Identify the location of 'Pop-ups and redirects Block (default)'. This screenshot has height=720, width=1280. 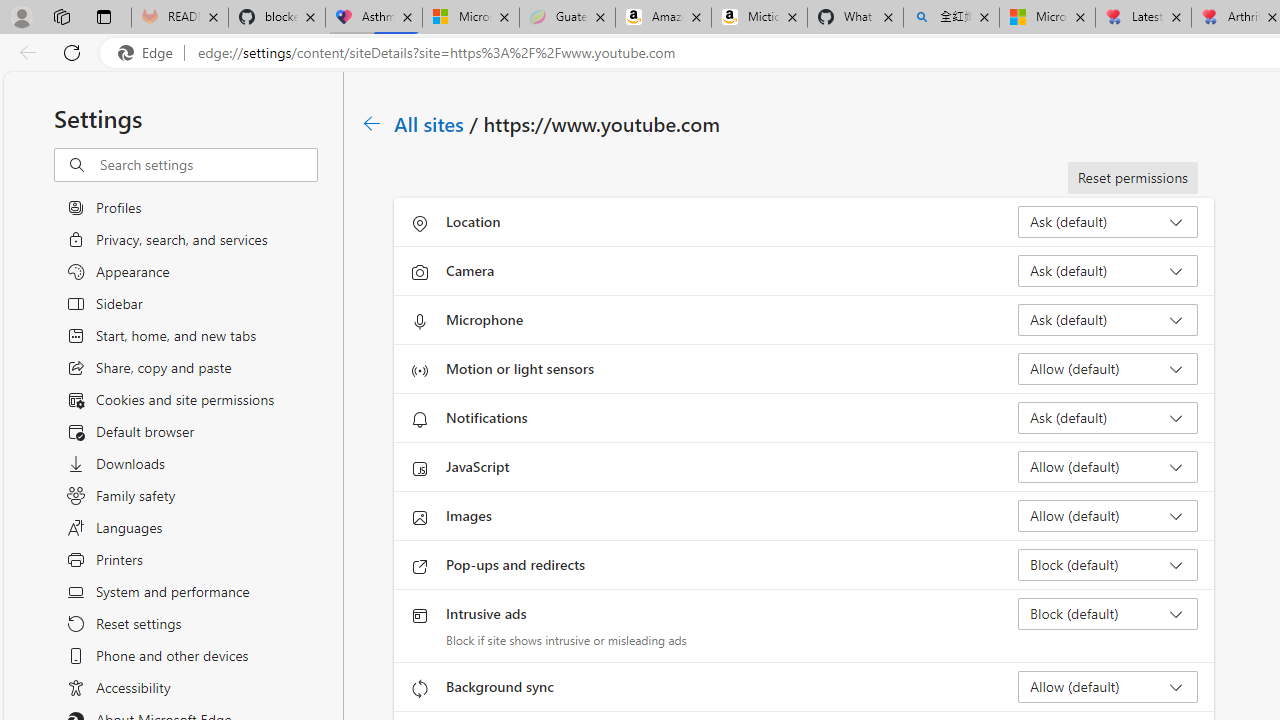
(1106, 564).